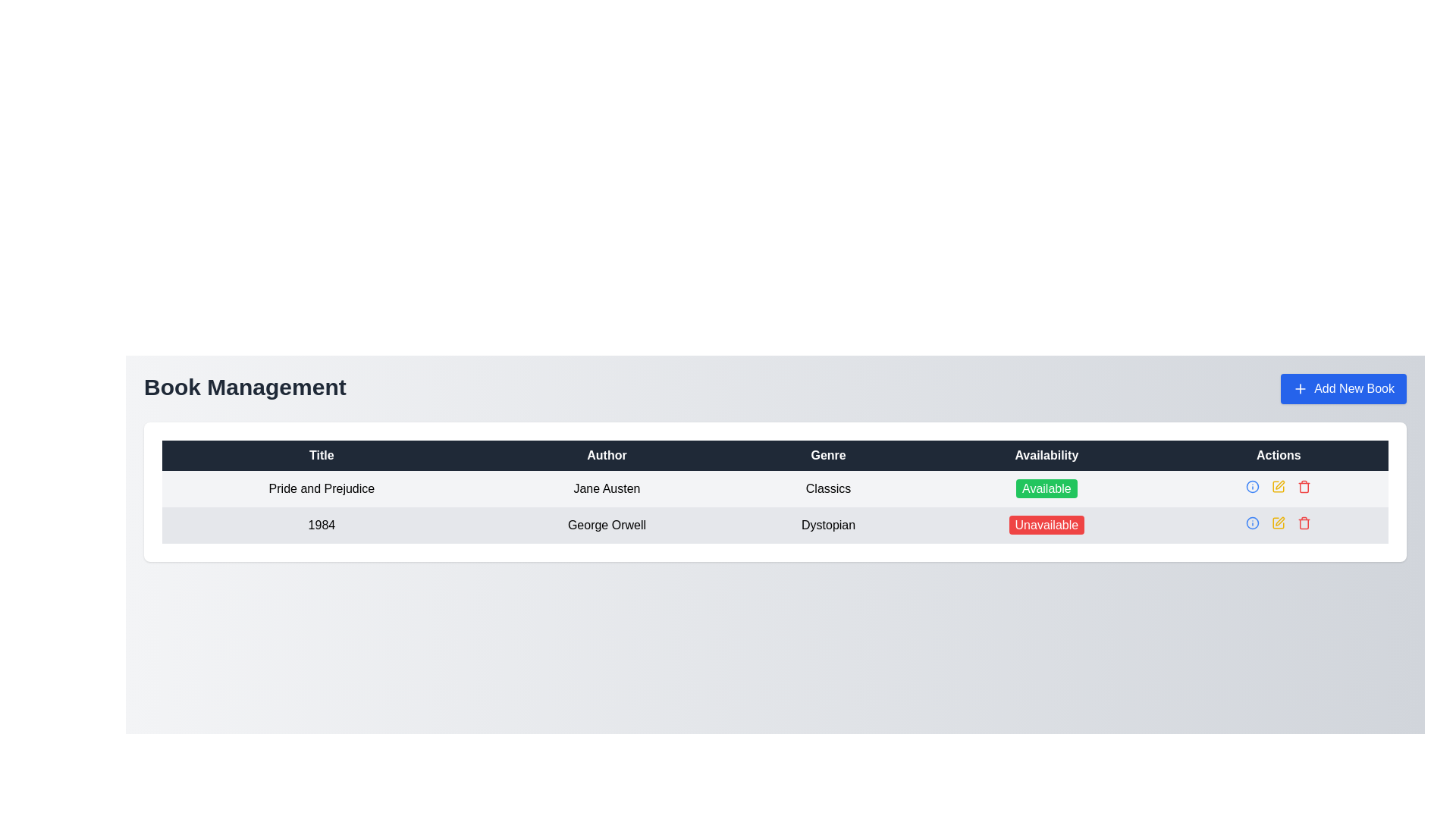  I want to click on the blue circular icon with an 'i' symbol in the 'Actions' column of the second row of the table, so click(1253, 486).